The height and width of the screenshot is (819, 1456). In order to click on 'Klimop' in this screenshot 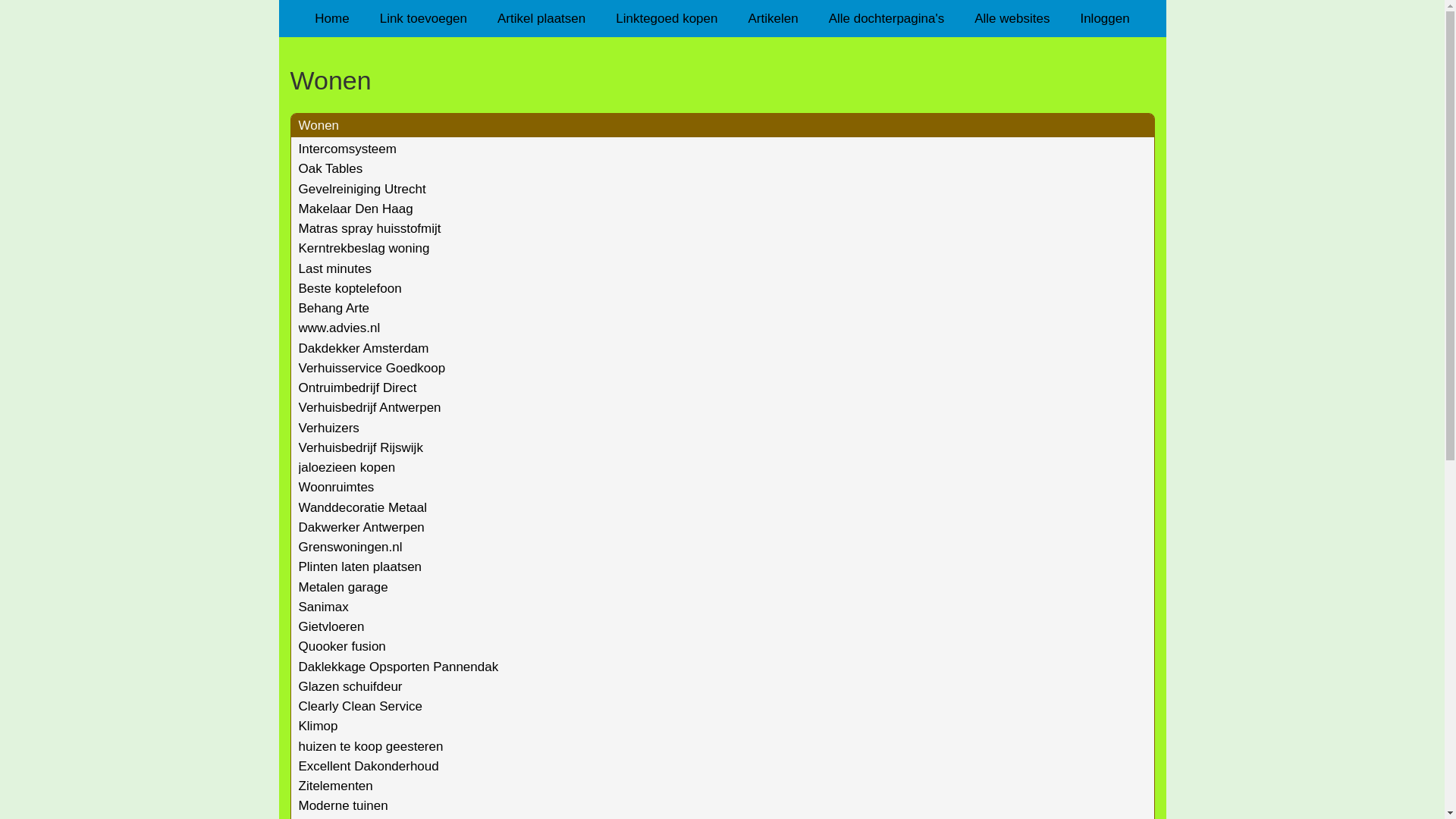, I will do `click(318, 725)`.